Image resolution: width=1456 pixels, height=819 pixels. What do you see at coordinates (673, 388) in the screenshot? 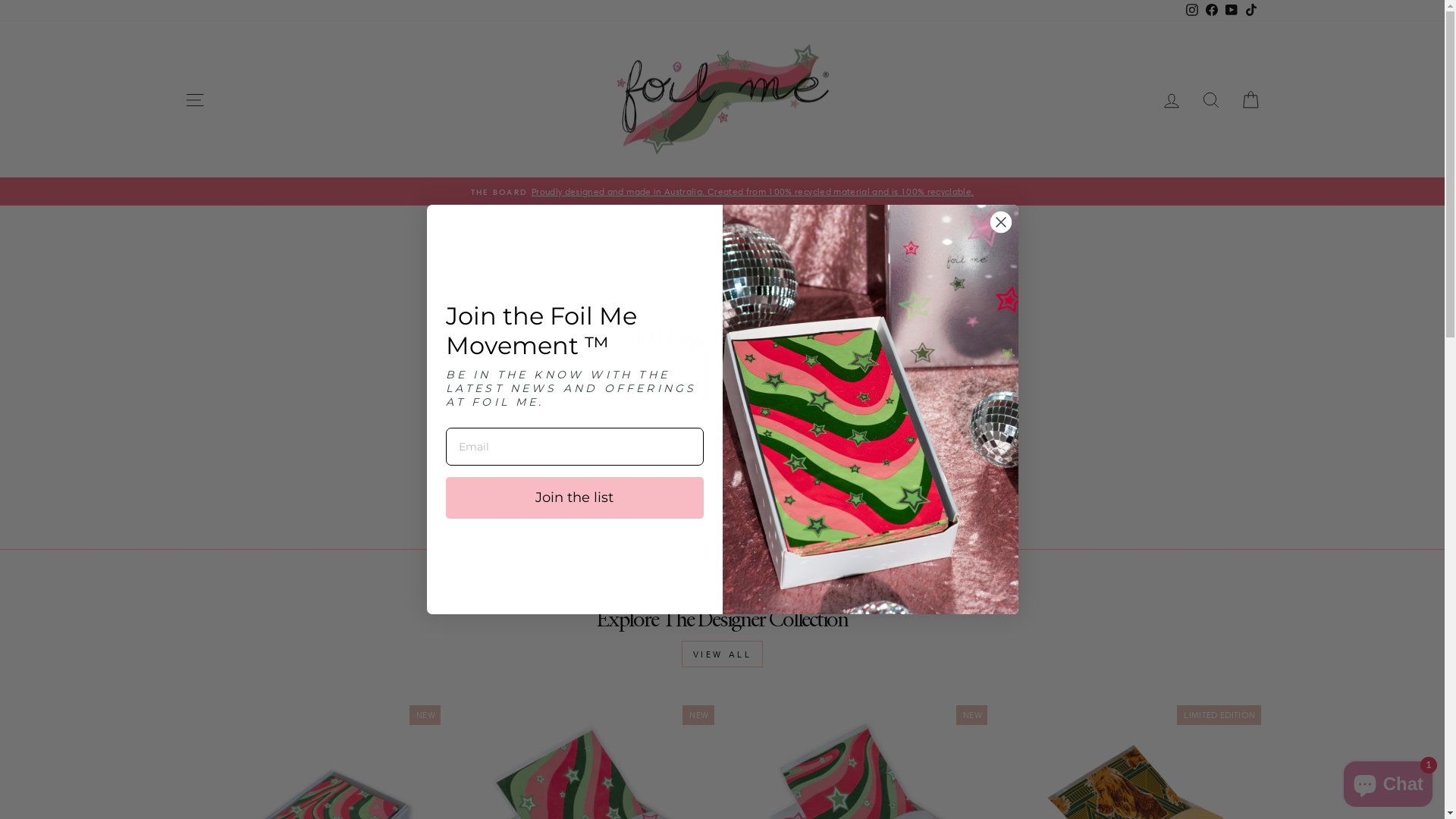
I see `'Continue shopping'` at bounding box center [673, 388].